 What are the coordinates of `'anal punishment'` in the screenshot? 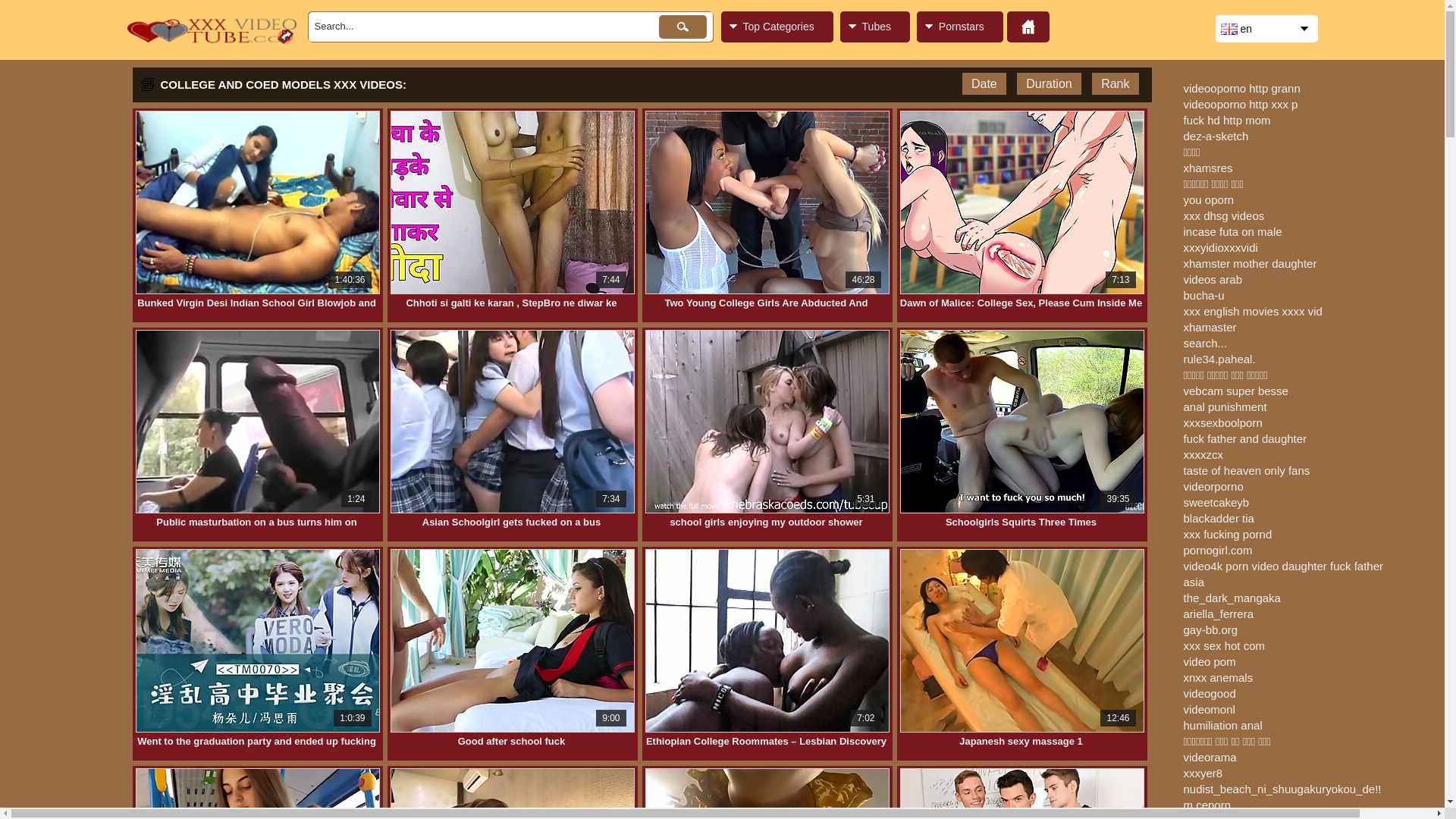 It's located at (1224, 406).